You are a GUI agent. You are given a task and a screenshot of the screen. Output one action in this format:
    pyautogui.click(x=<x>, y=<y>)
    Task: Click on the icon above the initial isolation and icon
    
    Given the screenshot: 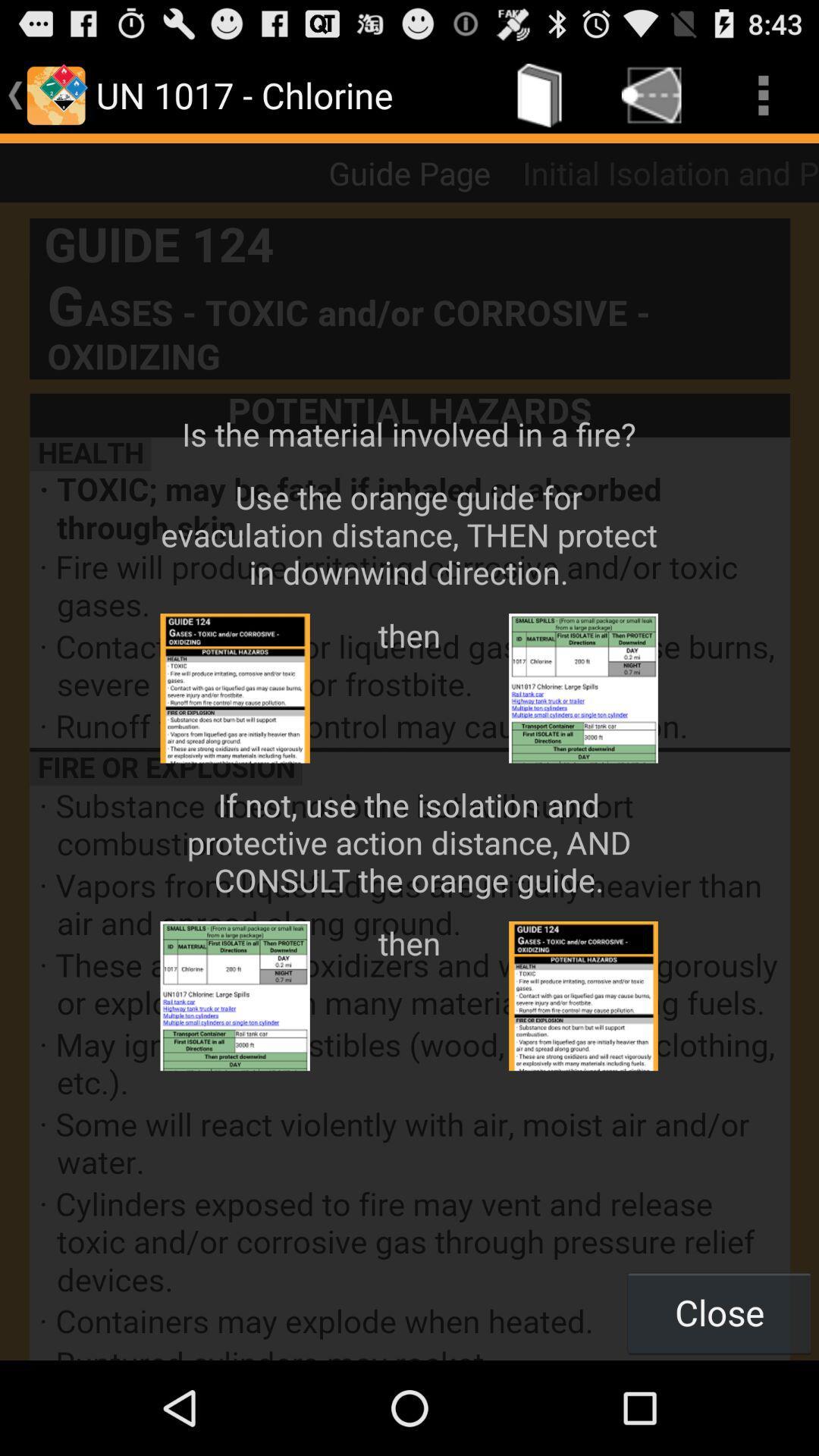 What is the action you would take?
    pyautogui.click(x=763, y=94)
    